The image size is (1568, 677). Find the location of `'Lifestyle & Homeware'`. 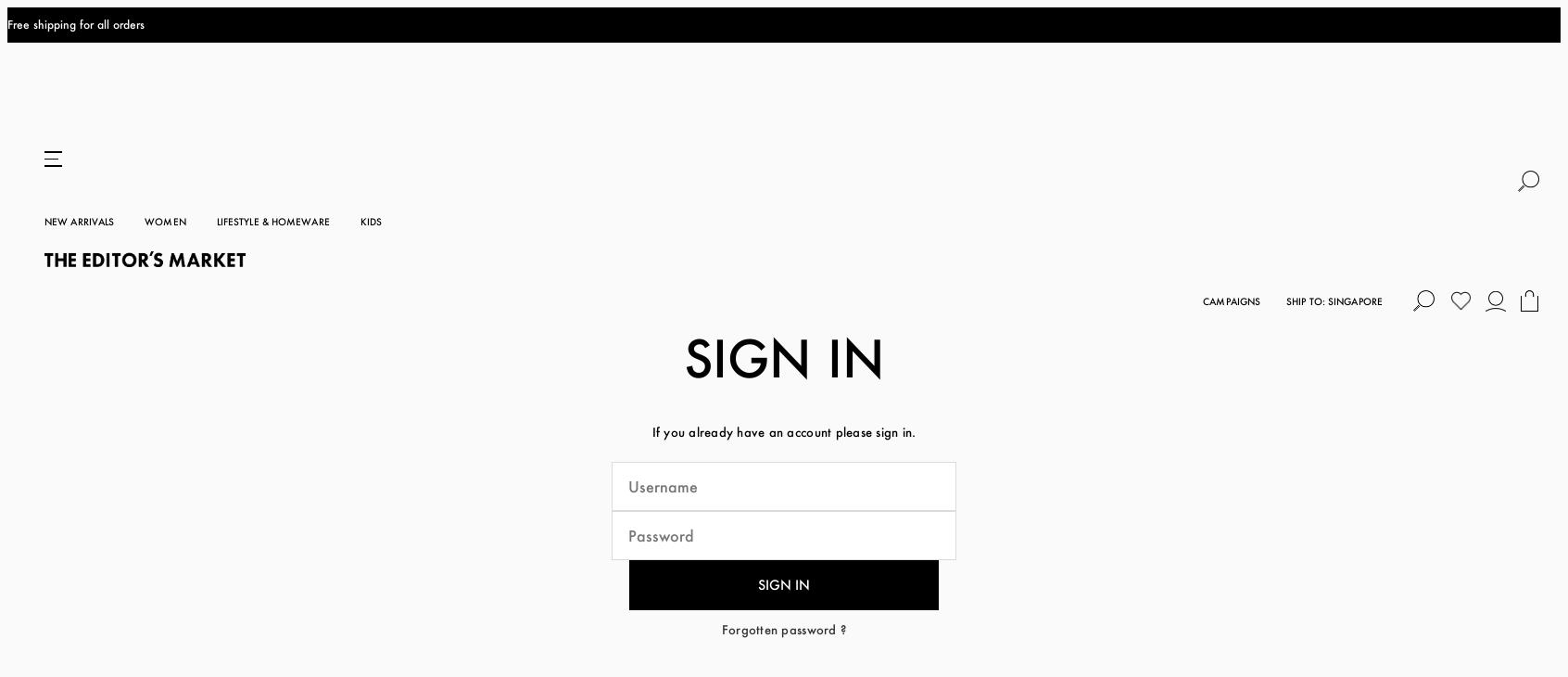

'Lifestyle & Homeware' is located at coordinates (272, 73).